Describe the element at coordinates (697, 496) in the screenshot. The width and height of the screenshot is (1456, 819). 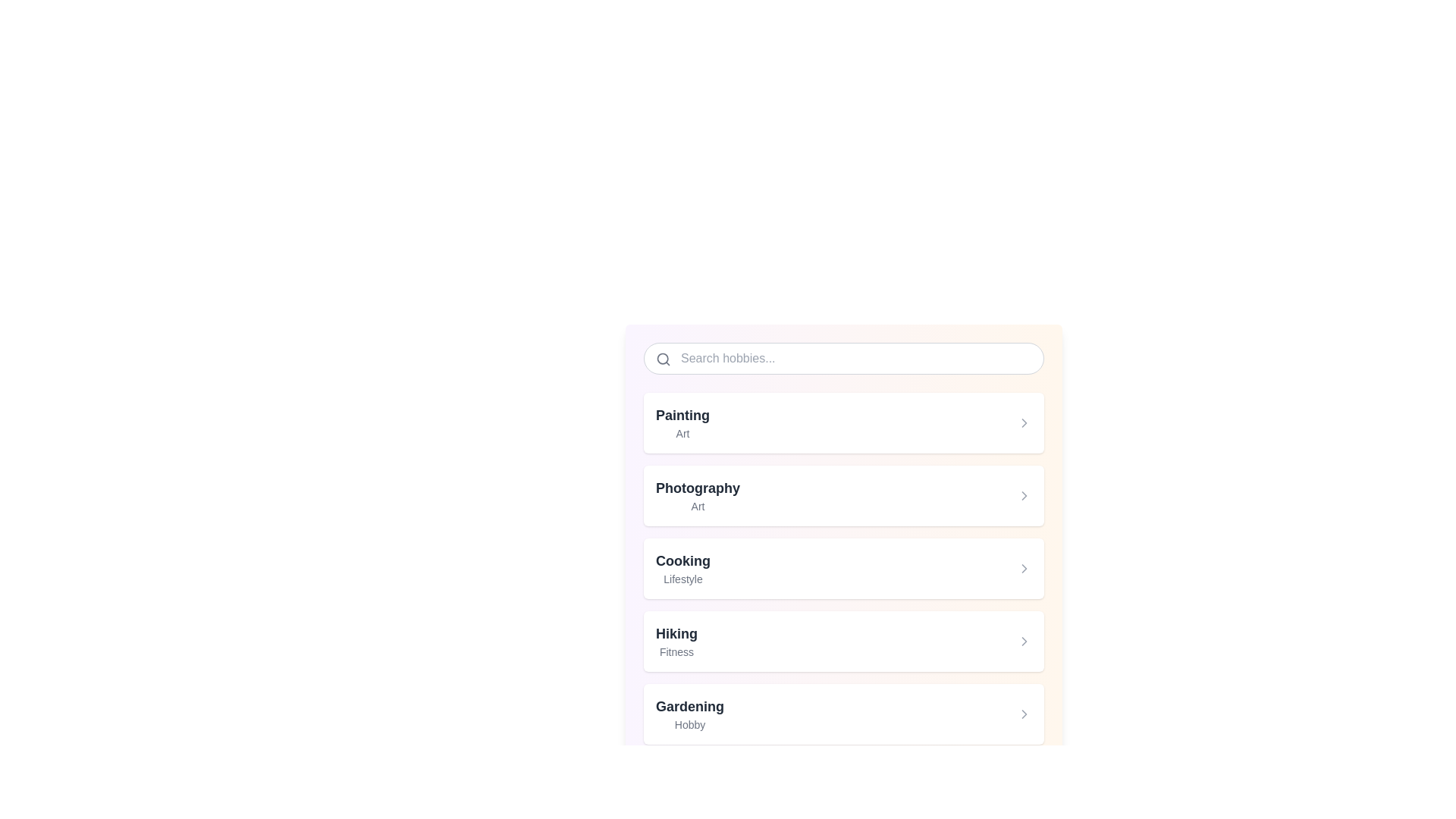
I see `the second list item labeled 'Photography' in the vertical list` at that location.